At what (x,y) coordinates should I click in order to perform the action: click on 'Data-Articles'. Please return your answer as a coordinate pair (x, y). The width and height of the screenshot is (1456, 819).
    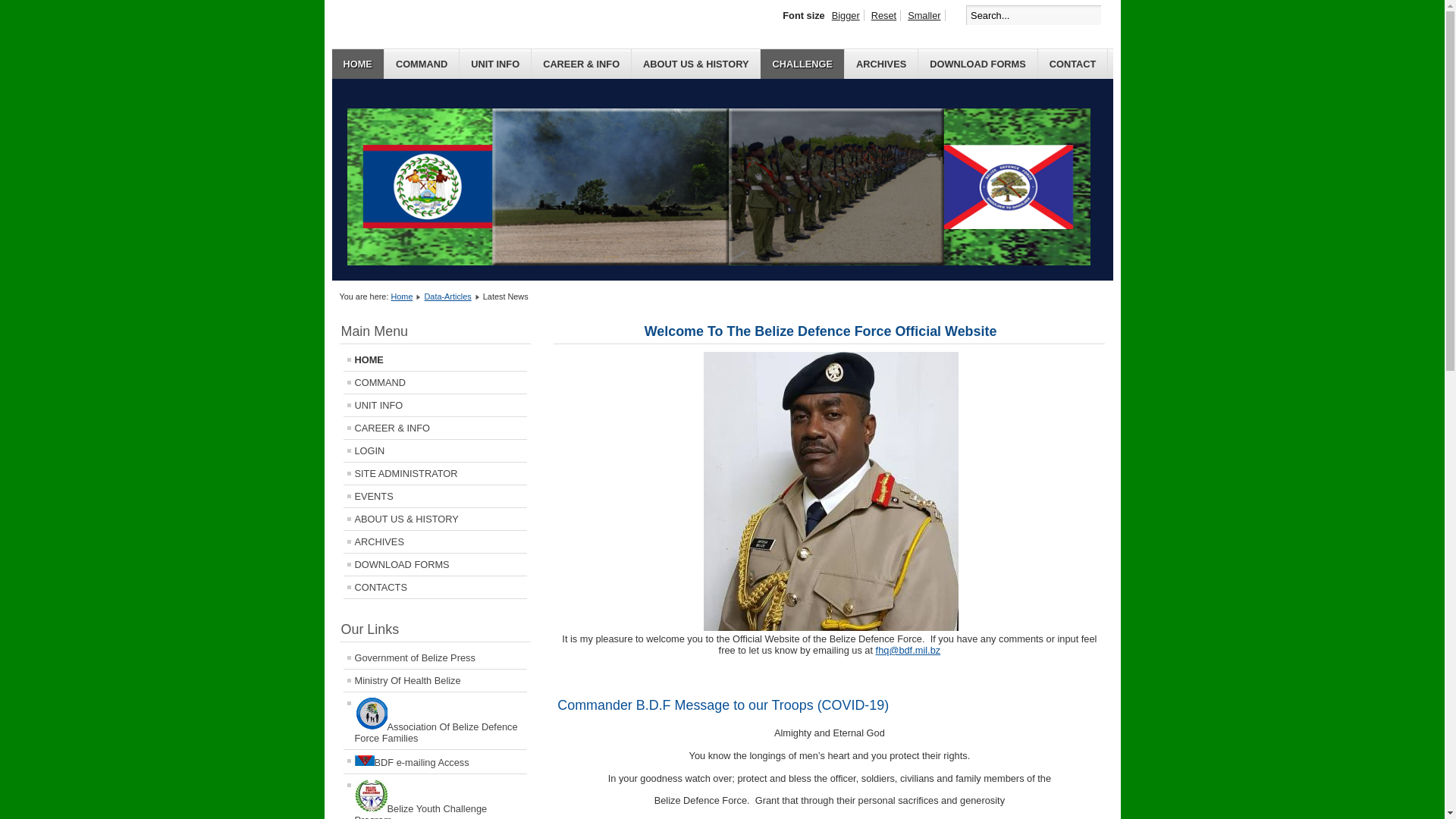
    Looking at the image, I should click on (447, 296).